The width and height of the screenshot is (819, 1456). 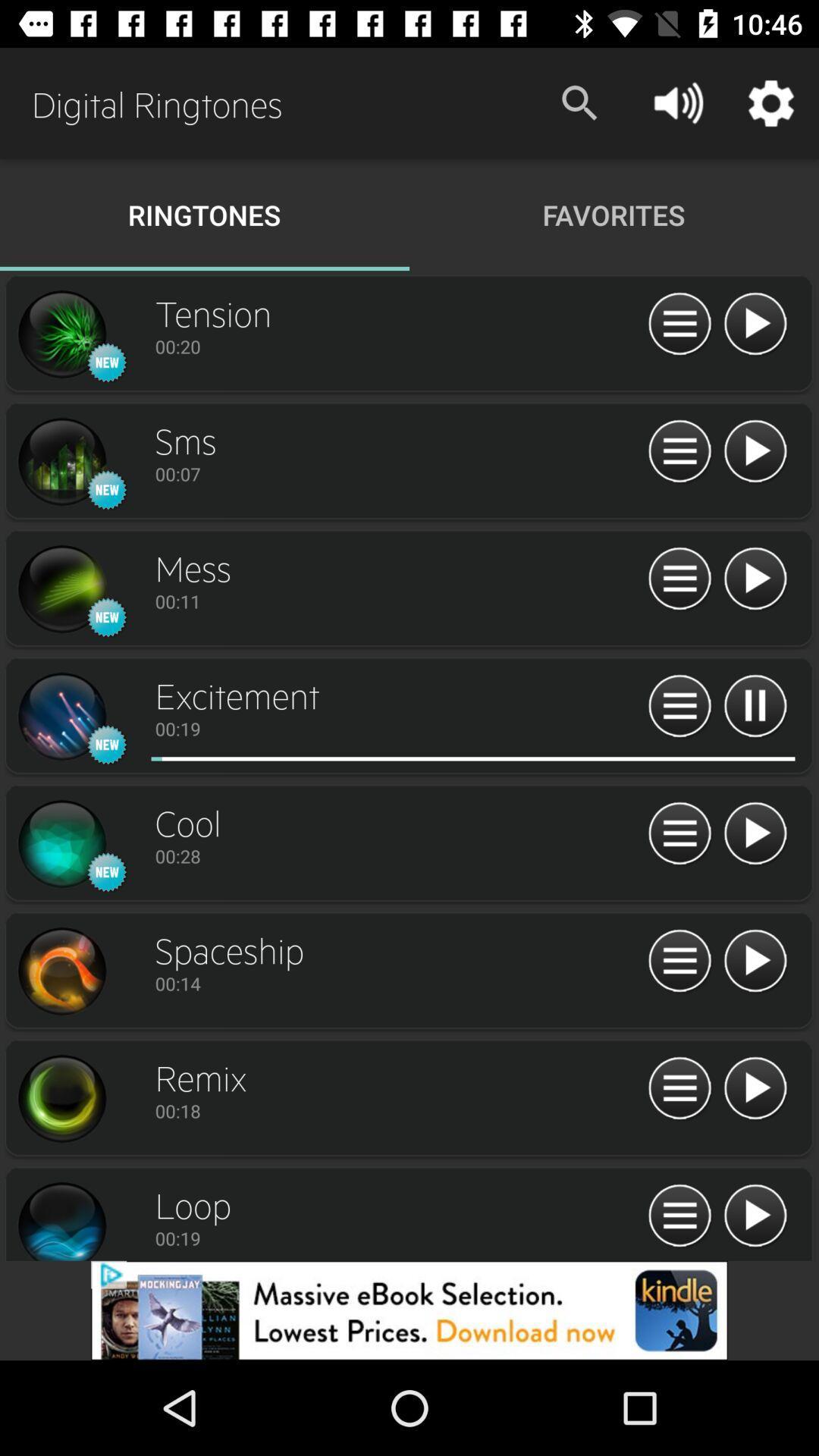 What do you see at coordinates (755, 833) in the screenshot?
I see `push play button` at bounding box center [755, 833].